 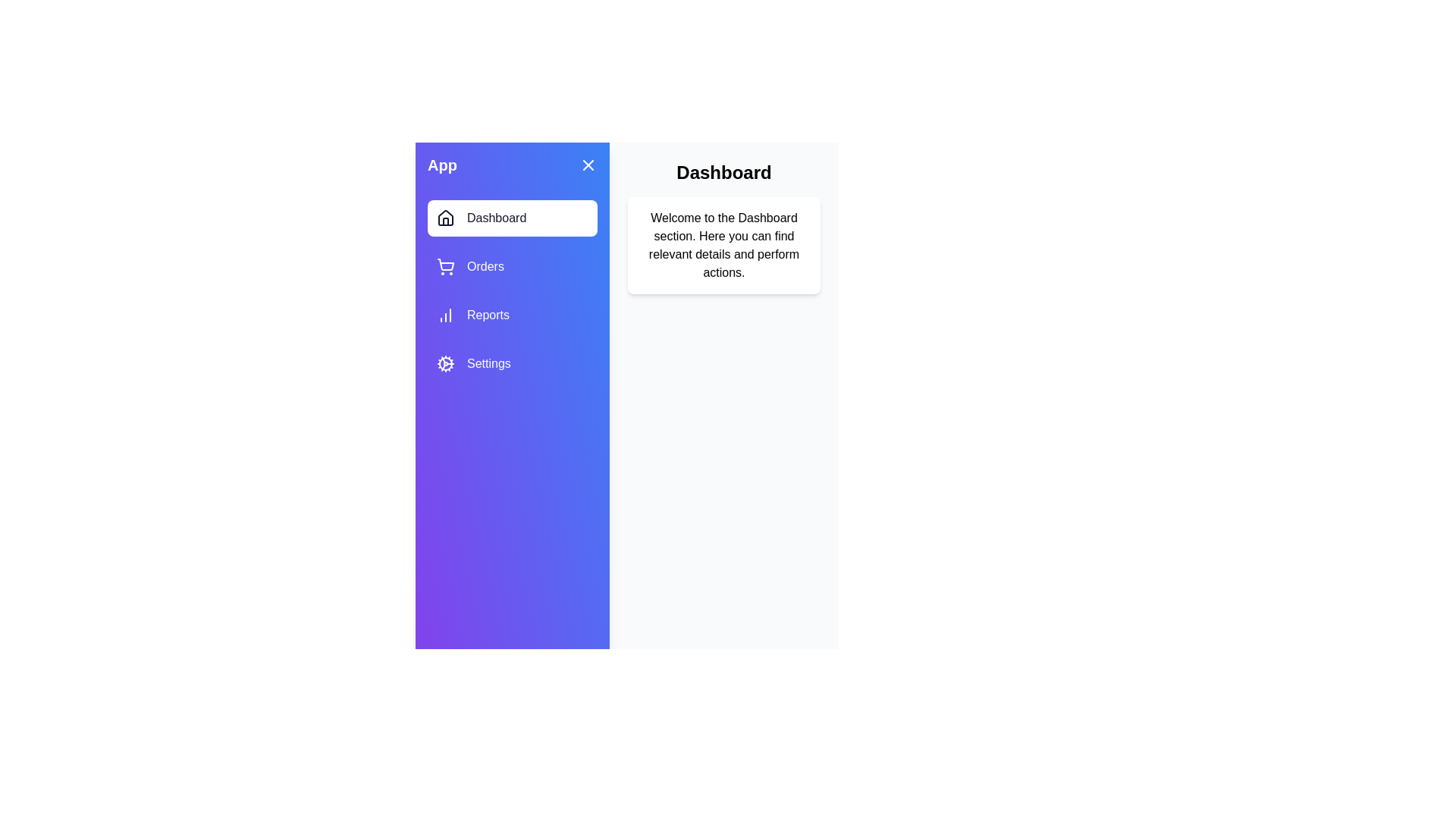 What do you see at coordinates (513, 363) in the screenshot?
I see `the Settings section by clicking on its corresponding navigation item` at bounding box center [513, 363].